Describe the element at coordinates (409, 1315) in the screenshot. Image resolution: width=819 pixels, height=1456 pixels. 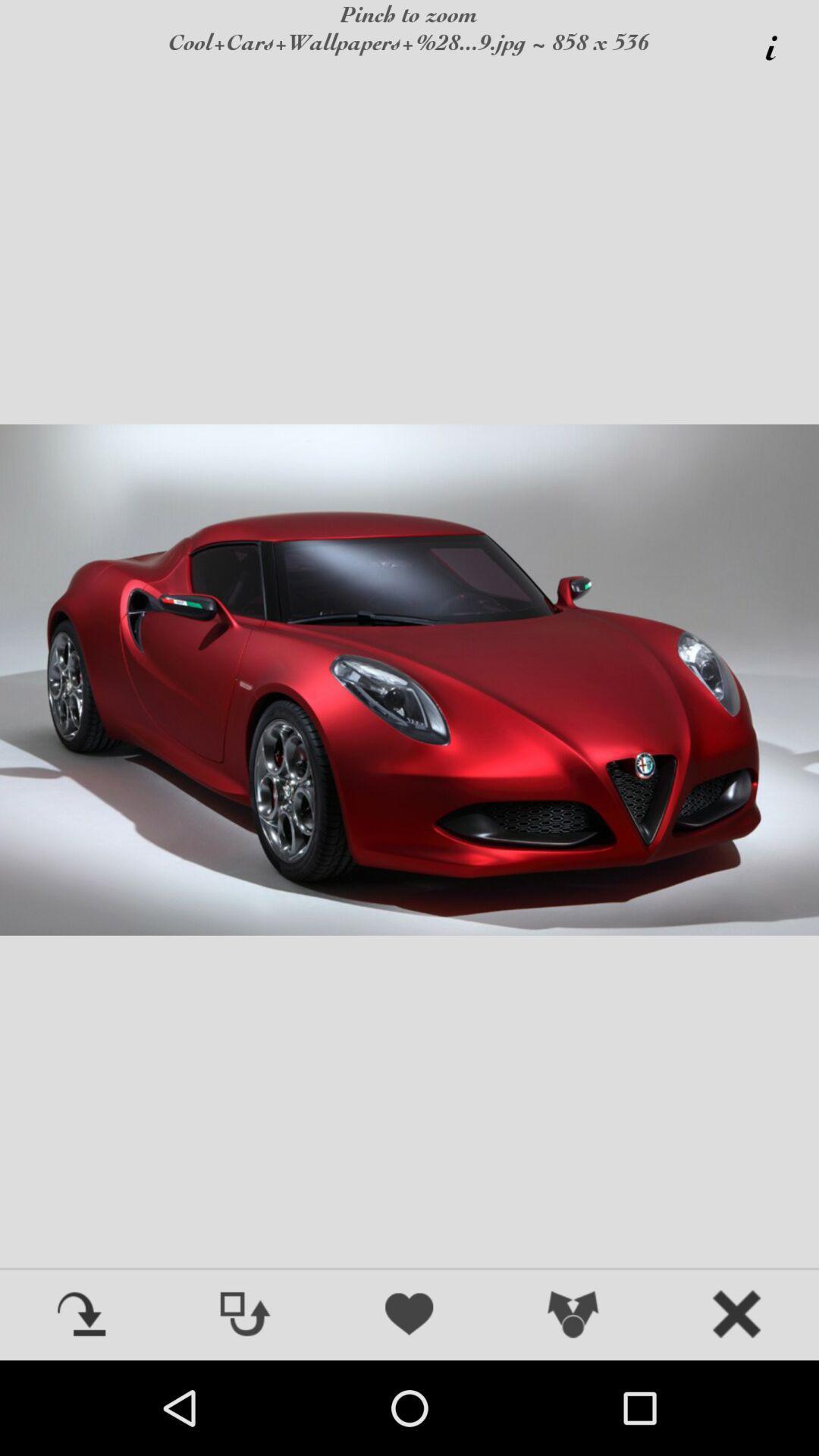
I see `like the item` at that location.